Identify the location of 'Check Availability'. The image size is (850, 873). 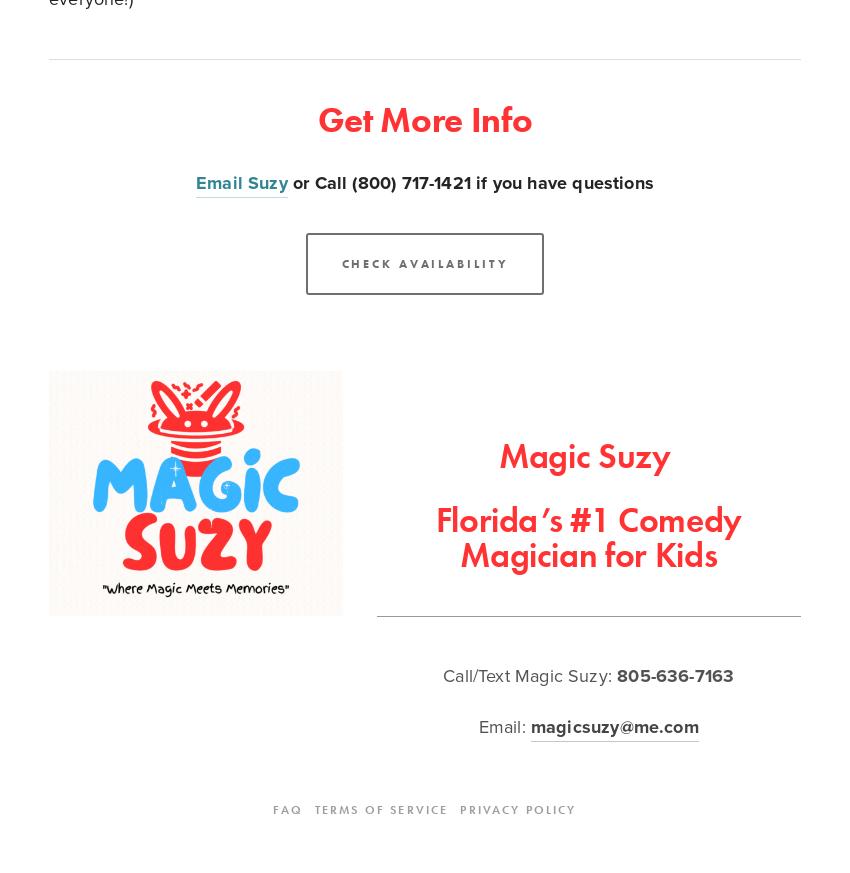
(424, 263).